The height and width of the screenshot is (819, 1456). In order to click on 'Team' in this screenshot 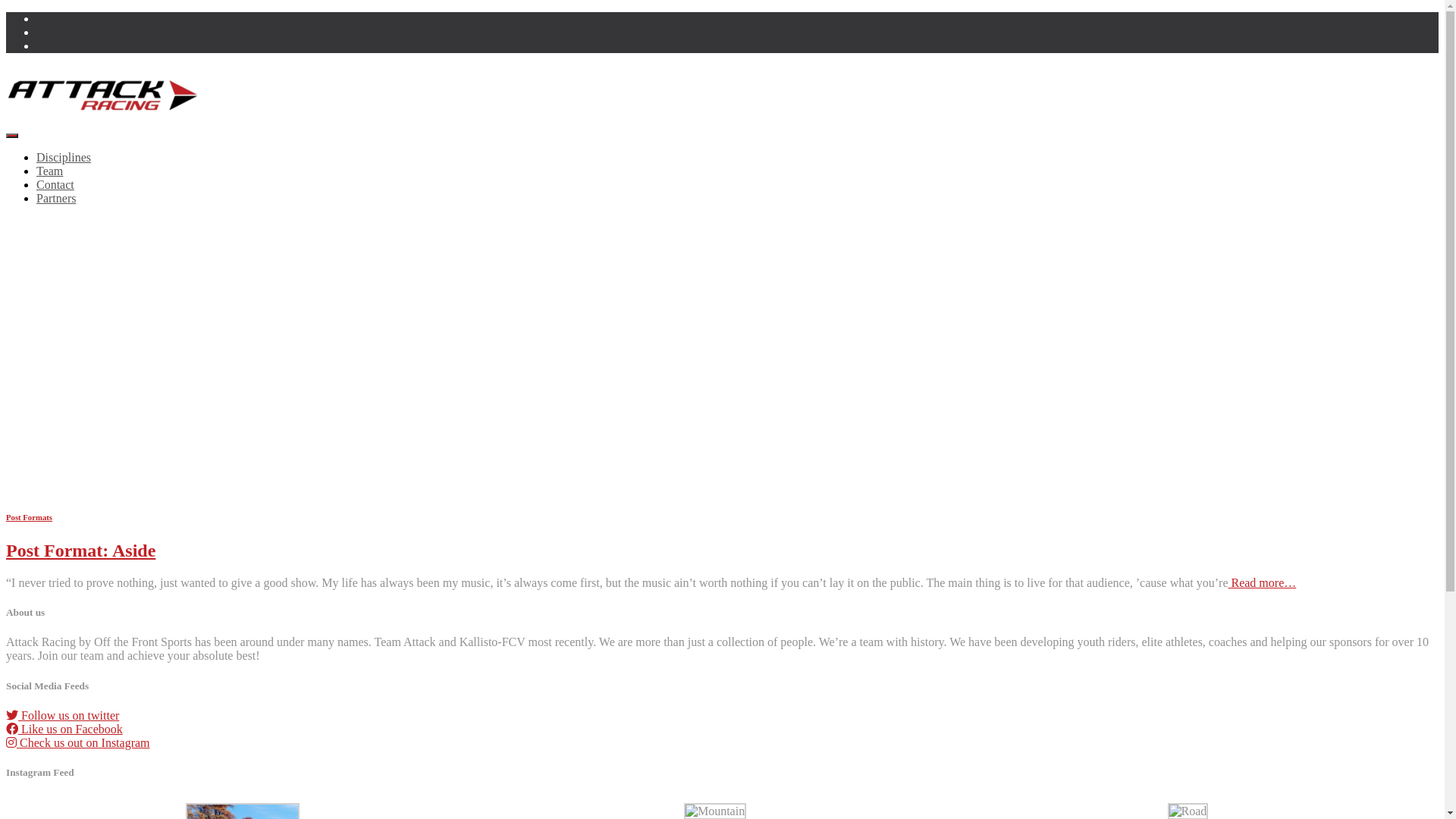, I will do `click(49, 171)`.